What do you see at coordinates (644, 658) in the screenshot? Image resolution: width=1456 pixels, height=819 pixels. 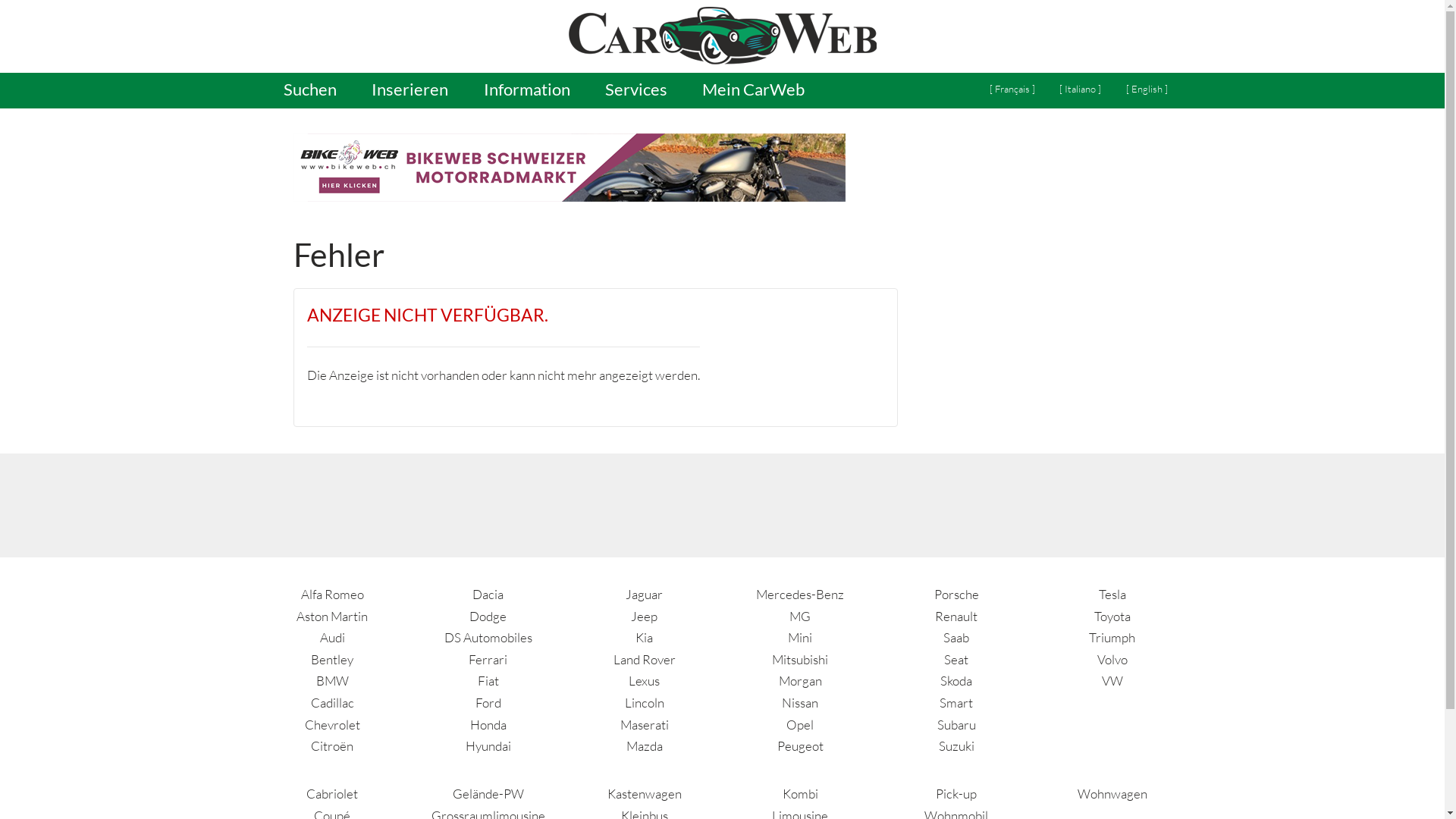 I see `'Land Rover'` at bounding box center [644, 658].